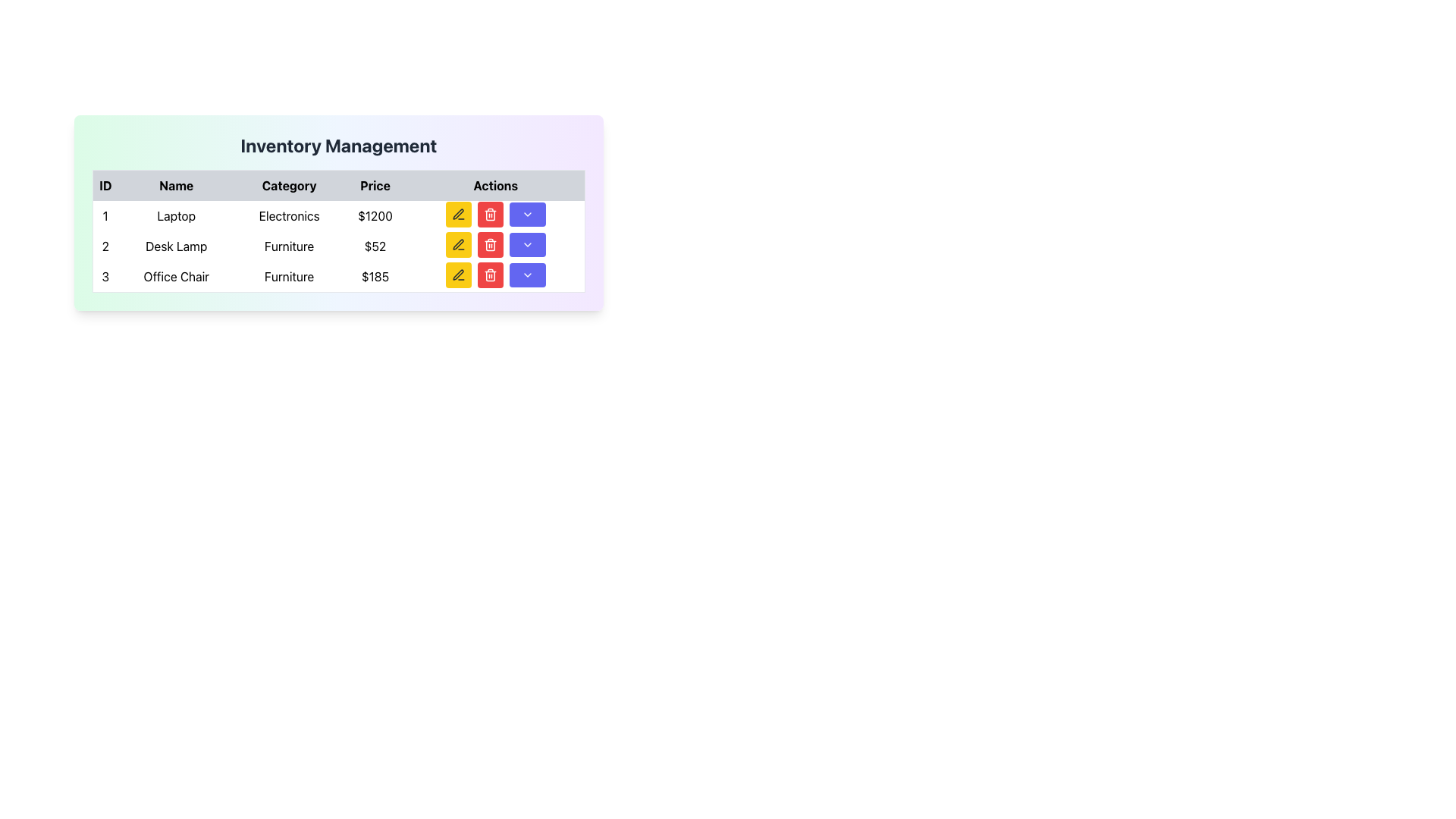  What do you see at coordinates (457, 244) in the screenshot?
I see `the pen icon for editing functionality` at bounding box center [457, 244].